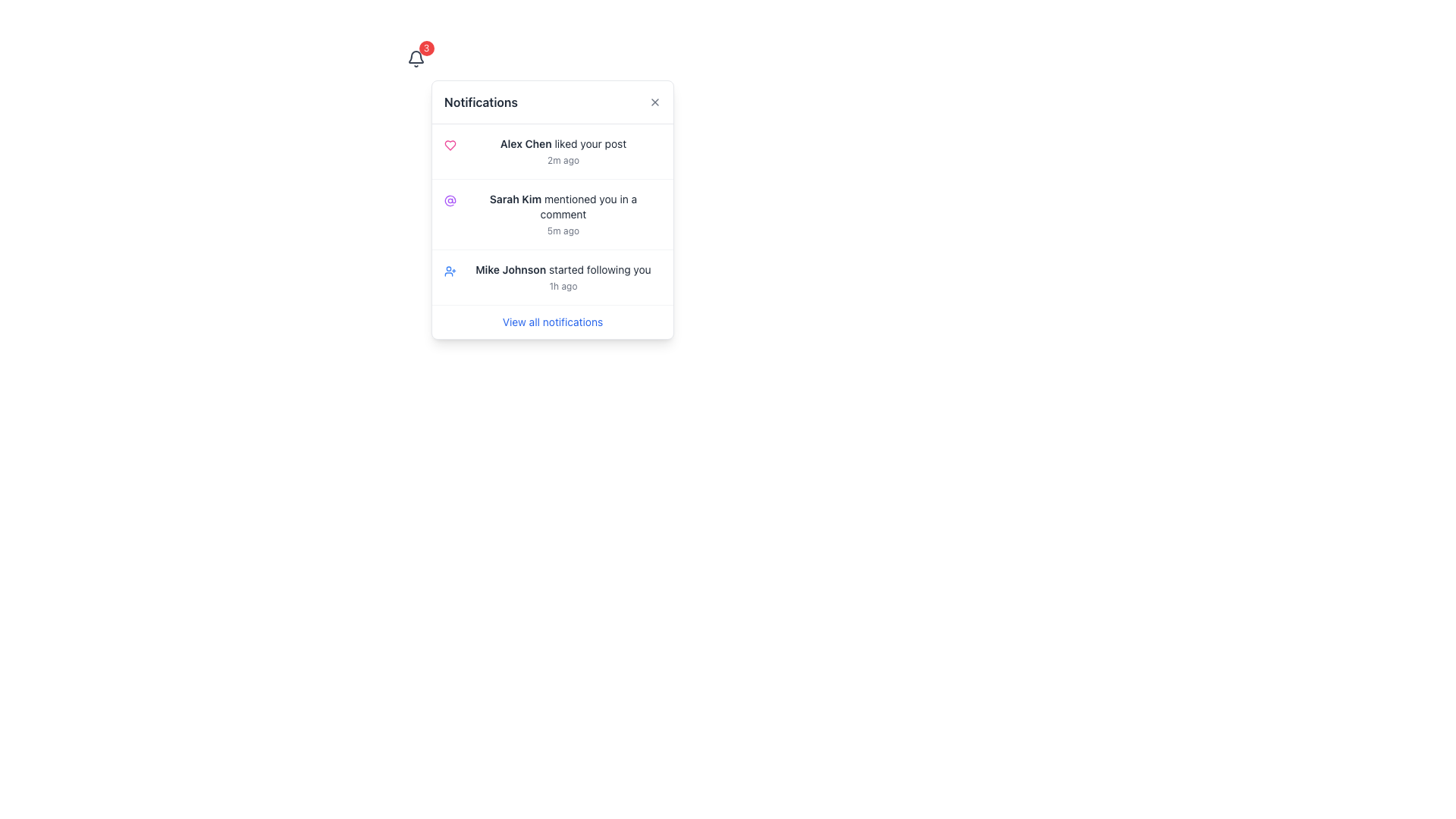  I want to click on the label displaying 'Mike Johnson' which indicates that this user started following you, located in the notification list of a popup interface, so click(510, 268).